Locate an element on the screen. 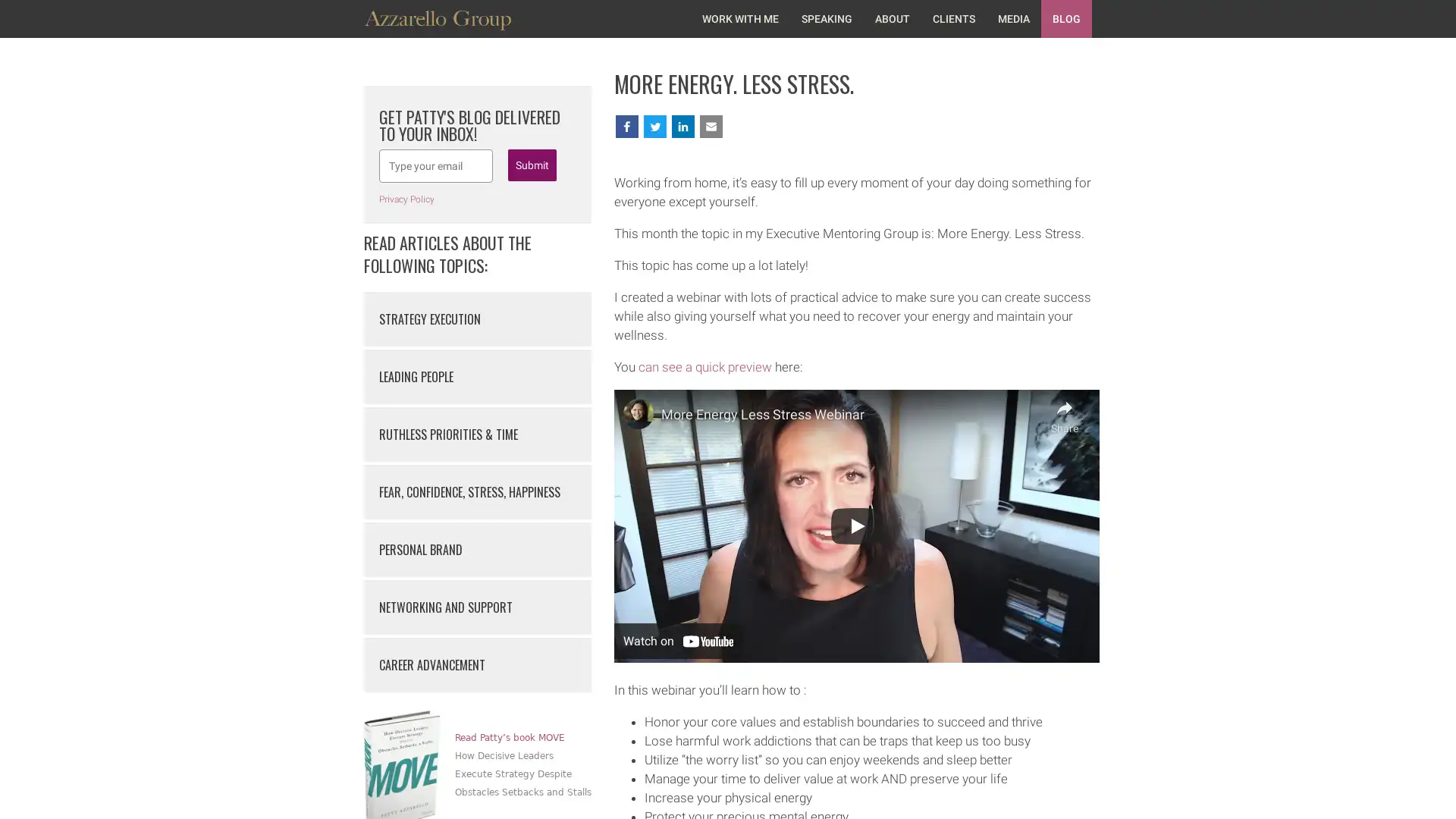  RUTHLESS PRIORITIES & TIME is located at coordinates (476, 435).